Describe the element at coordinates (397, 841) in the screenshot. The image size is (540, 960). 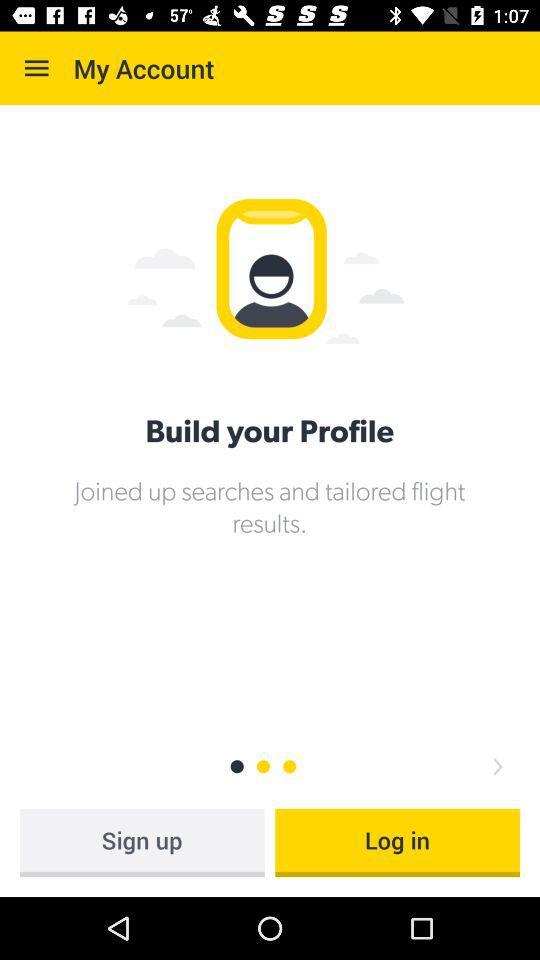
I see `log in item` at that location.